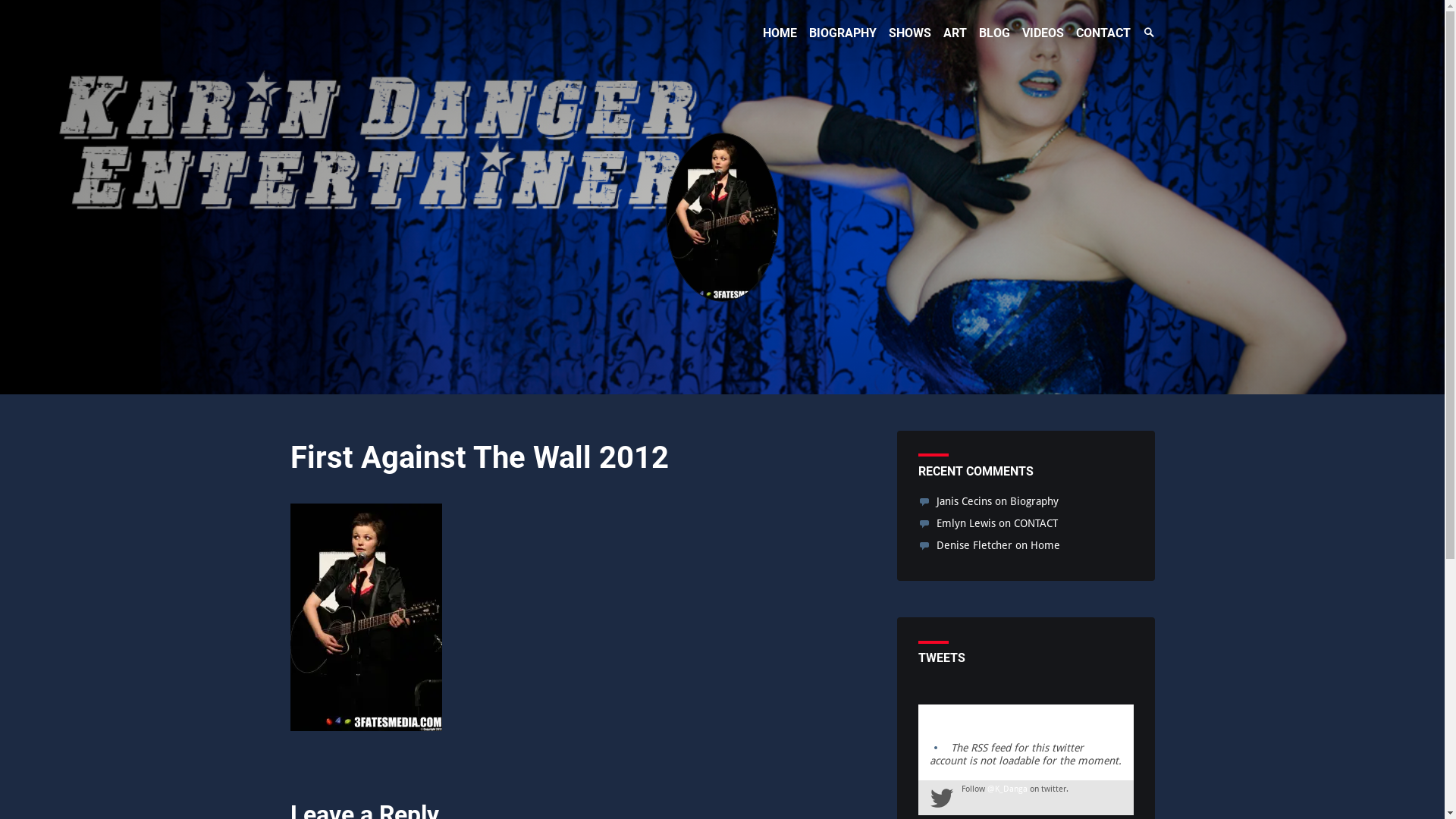 This screenshot has height=819, width=1456. What do you see at coordinates (1103, 33) in the screenshot?
I see `'CONTACT'` at bounding box center [1103, 33].